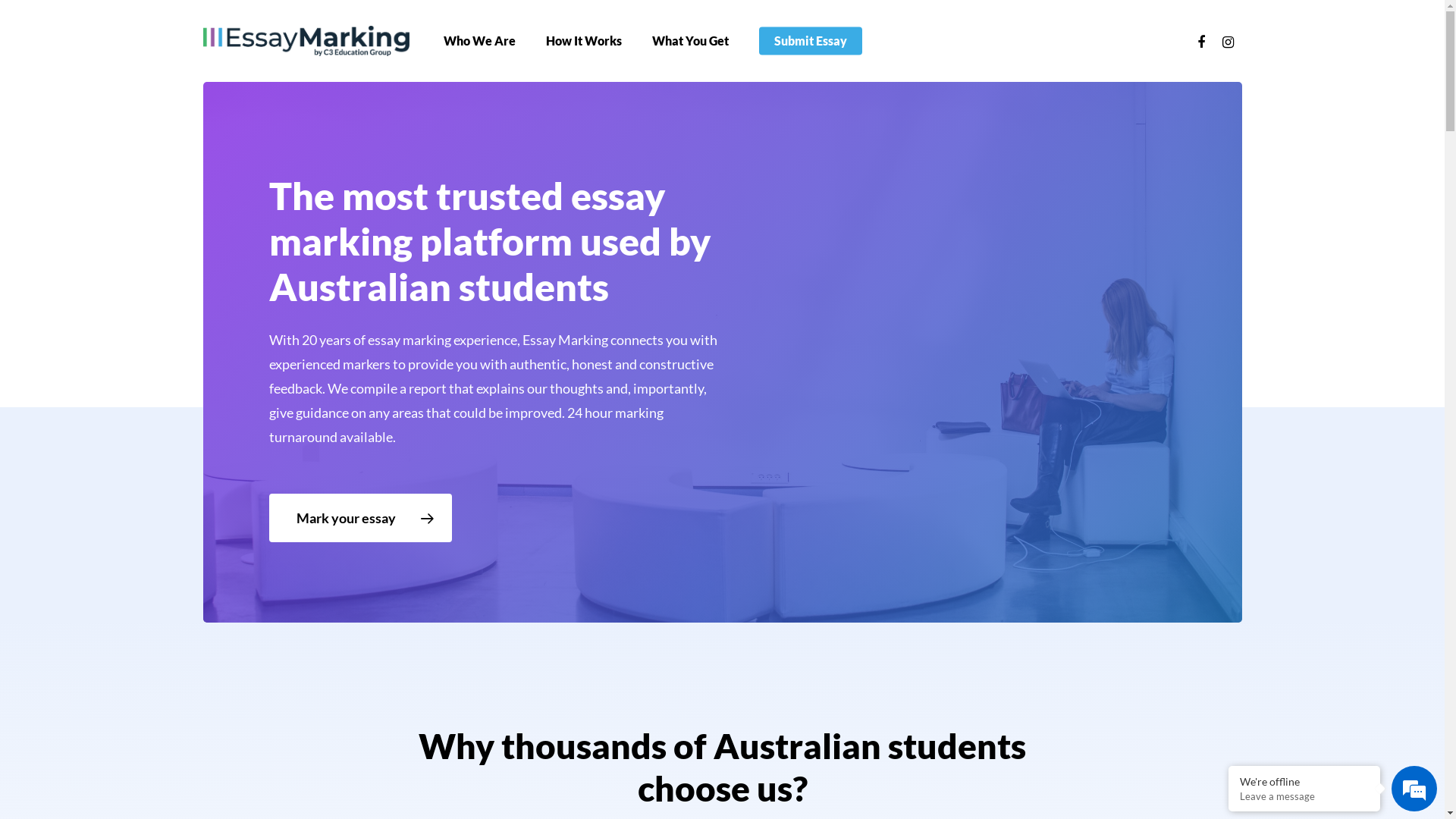 Image resolution: width=1456 pixels, height=819 pixels. Describe the element at coordinates (1228, 40) in the screenshot. I see `'instagram'` at that location.